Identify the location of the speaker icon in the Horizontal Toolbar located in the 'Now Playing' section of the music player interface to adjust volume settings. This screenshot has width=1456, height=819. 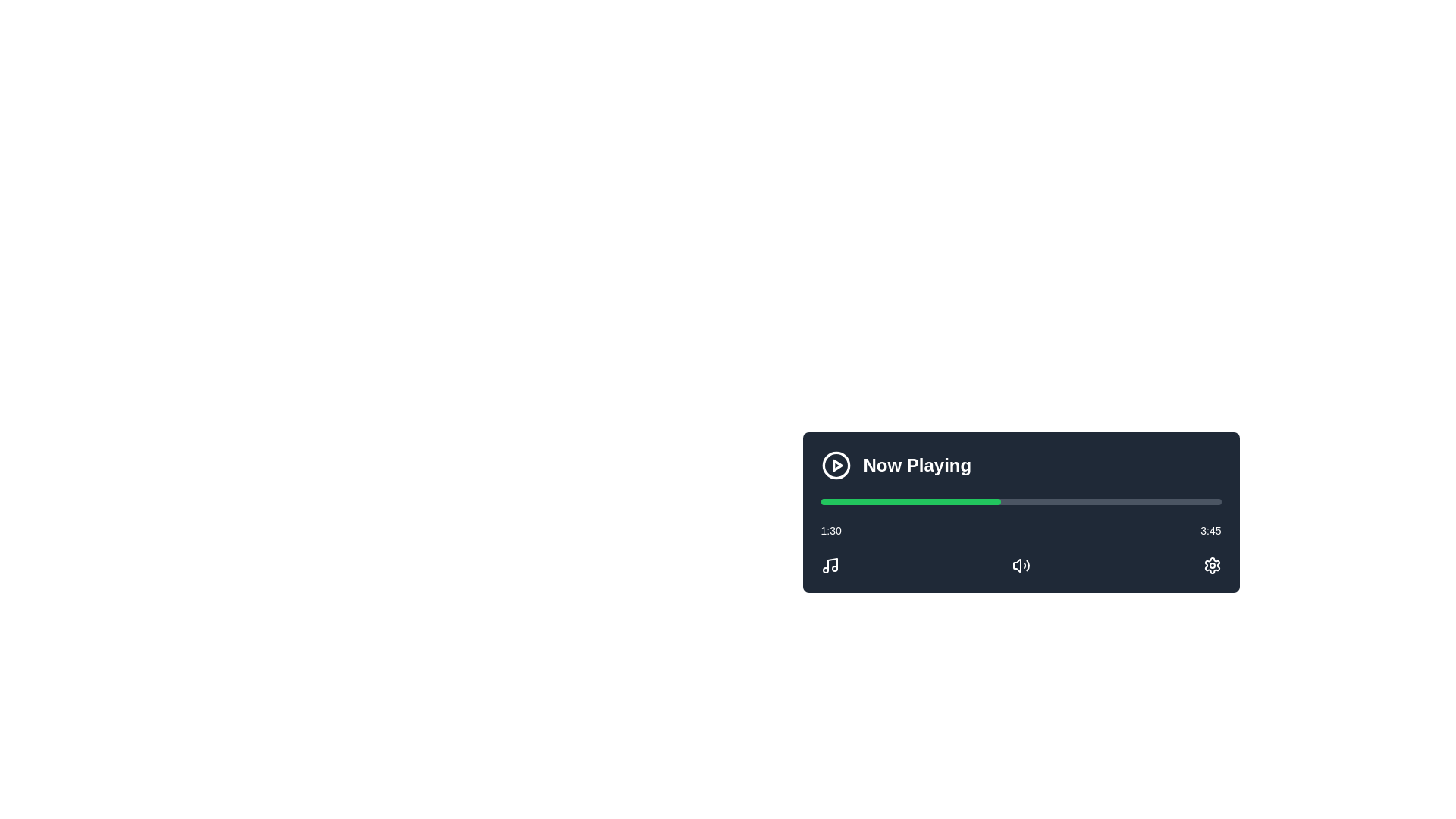
(1021, 565).